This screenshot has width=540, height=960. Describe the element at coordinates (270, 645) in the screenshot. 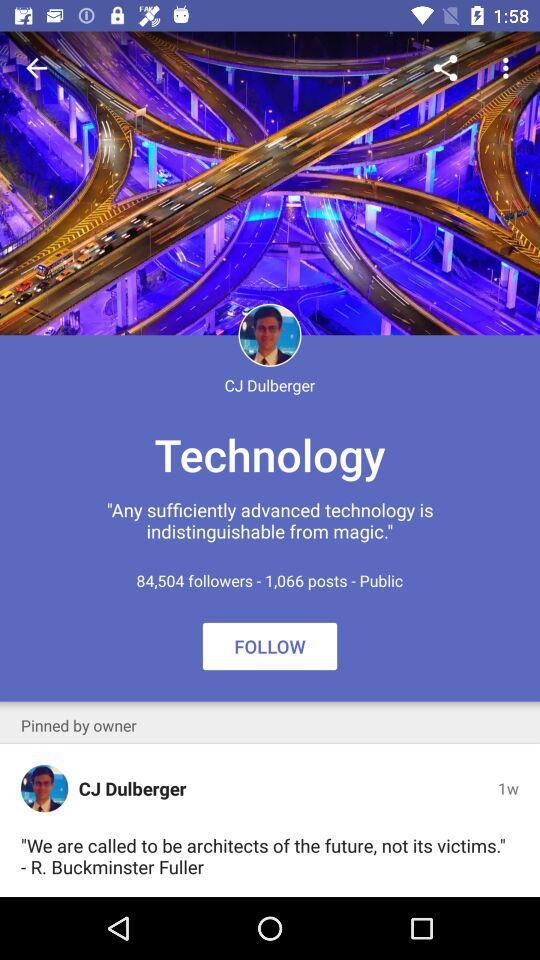

I see `the follow` at that location.